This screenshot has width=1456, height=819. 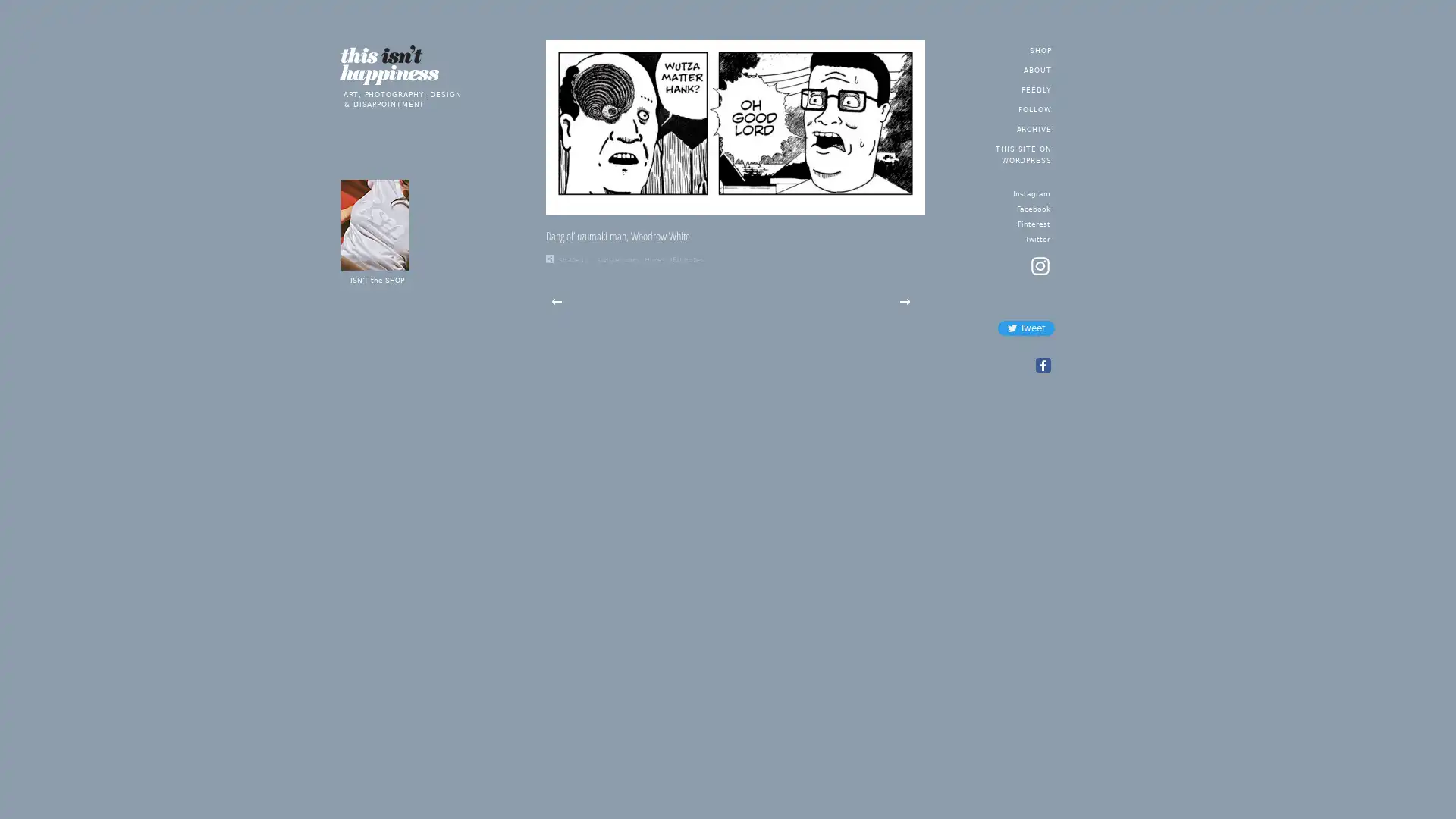 What do you see at coordinates (1041, 366) in the screenshot?
I see `Share to Facebook` at bounding box center [1041, 366].